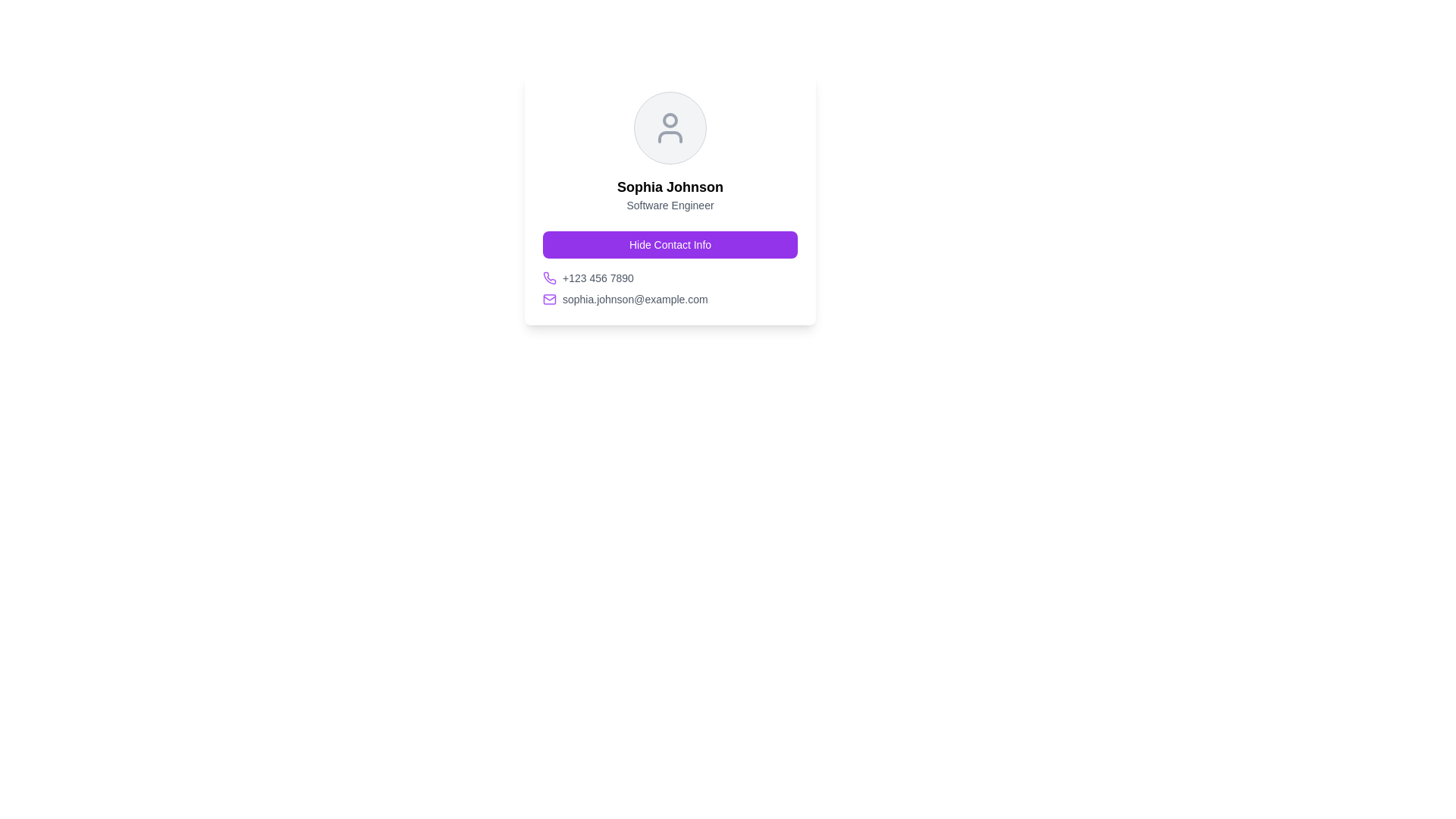  What do you see at coordinates (548, 299) in the screenshot?
I see `the purple mail icon located to the left of the email address 'sophia.johnson@example.com' in the lower-left corner of the card layout` at bounding box center [548, 299].